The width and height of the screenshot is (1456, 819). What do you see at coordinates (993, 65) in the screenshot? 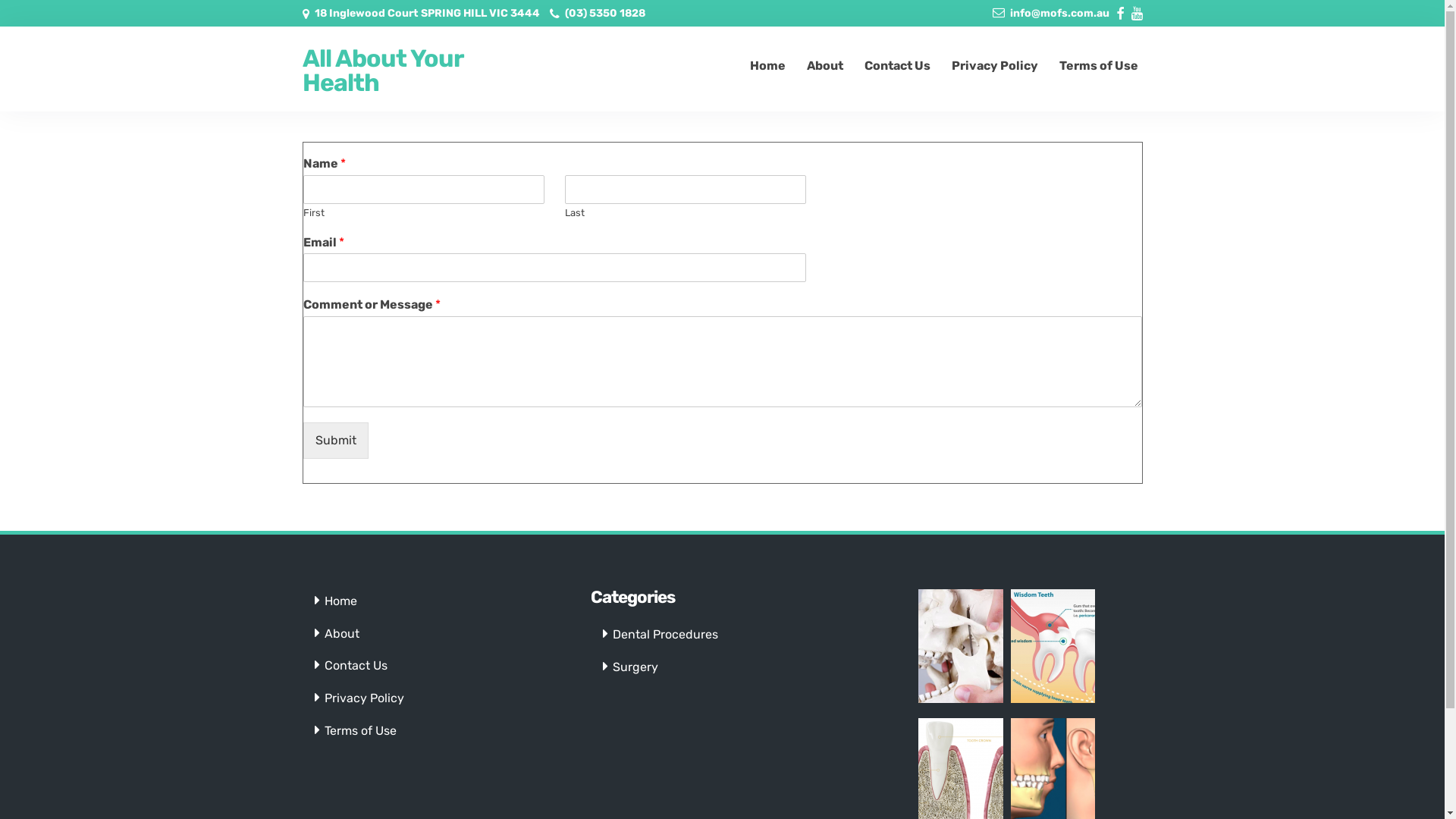
I see `'Privacy Policy'` at bounding box center [993, 65].